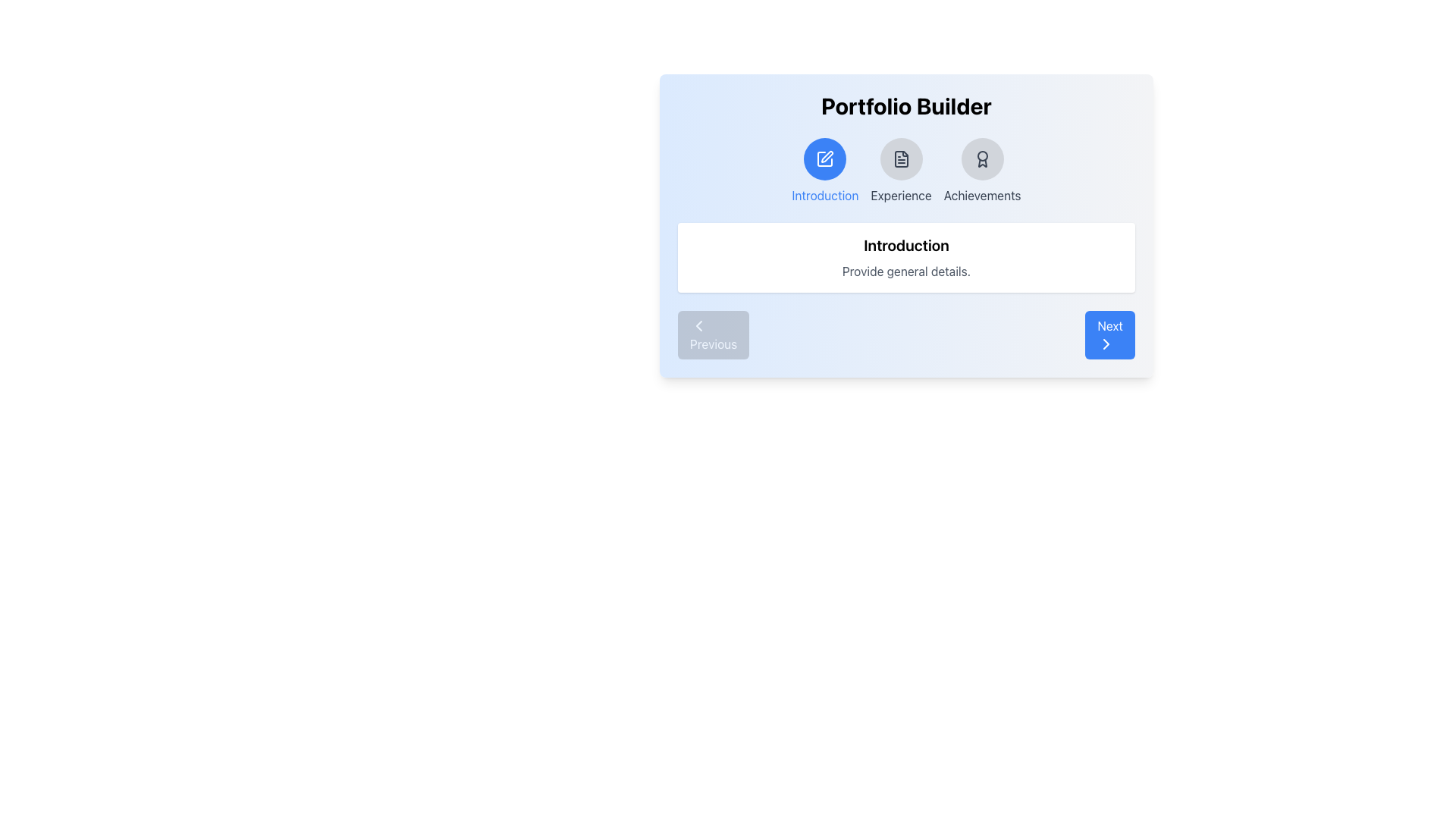  I want to click on the rightward-facing chevron icon that is styled as a thin black outline within the blue circular background, located next to the 'Next' button in the bottom-right corner of the form interface, so click(1106, 344).